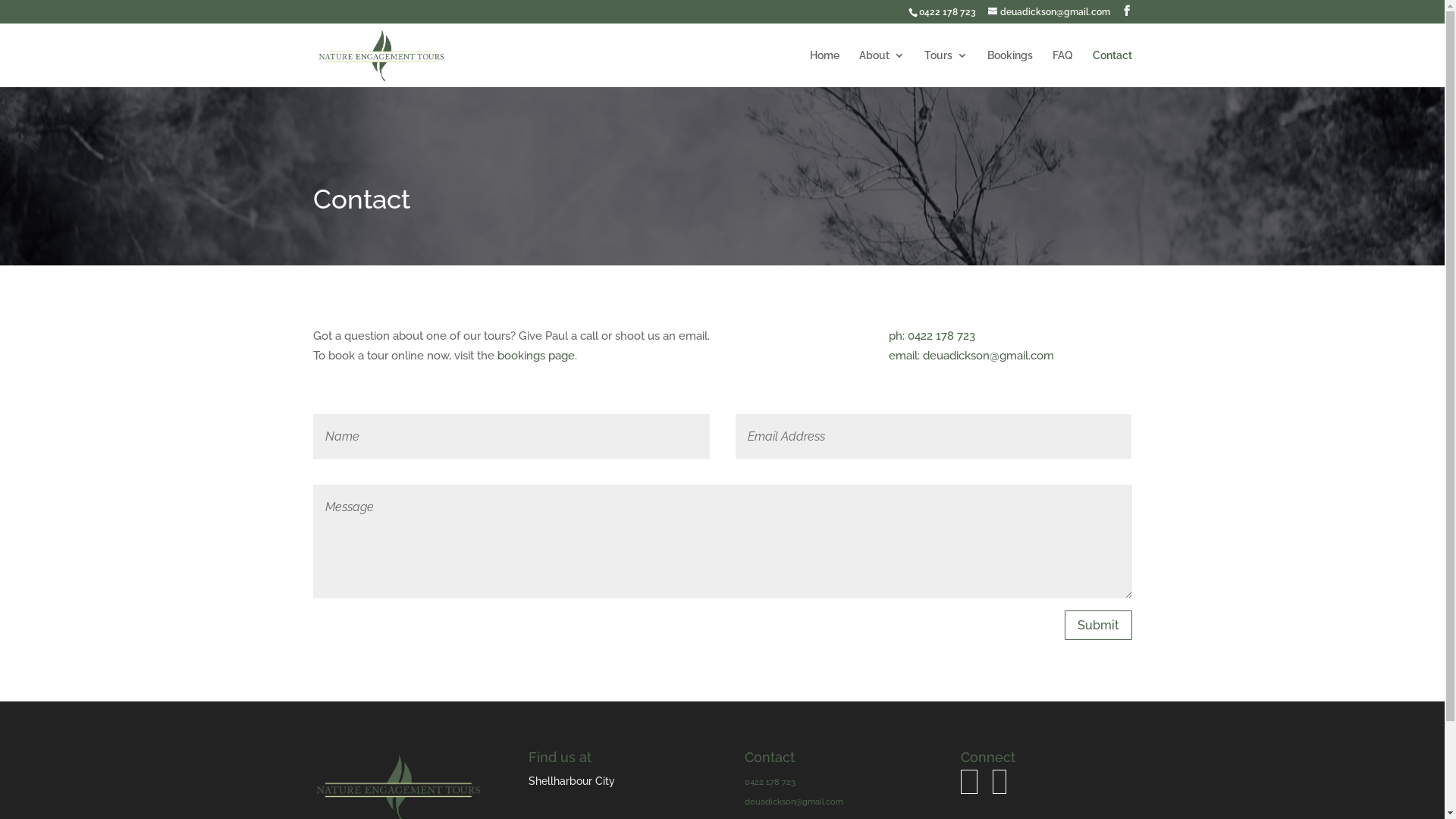  Describe the element at coordinates (1098, 625) in the screenshot. I see `'Submit'` at that location.